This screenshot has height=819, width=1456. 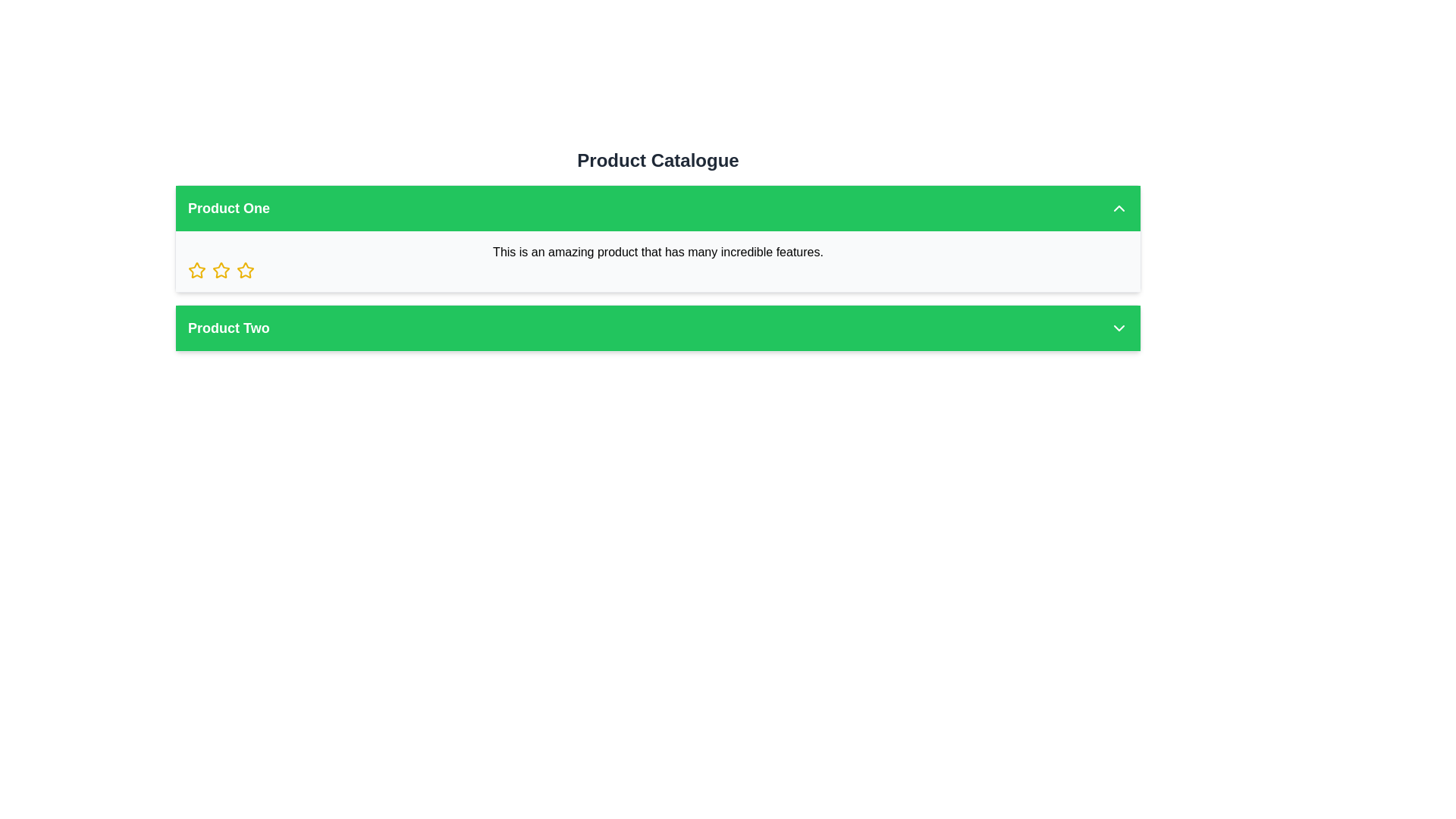 I want to click on the arrow button located at the right end of the green bar labeled 'Product One', so click(x=1119, y=208).